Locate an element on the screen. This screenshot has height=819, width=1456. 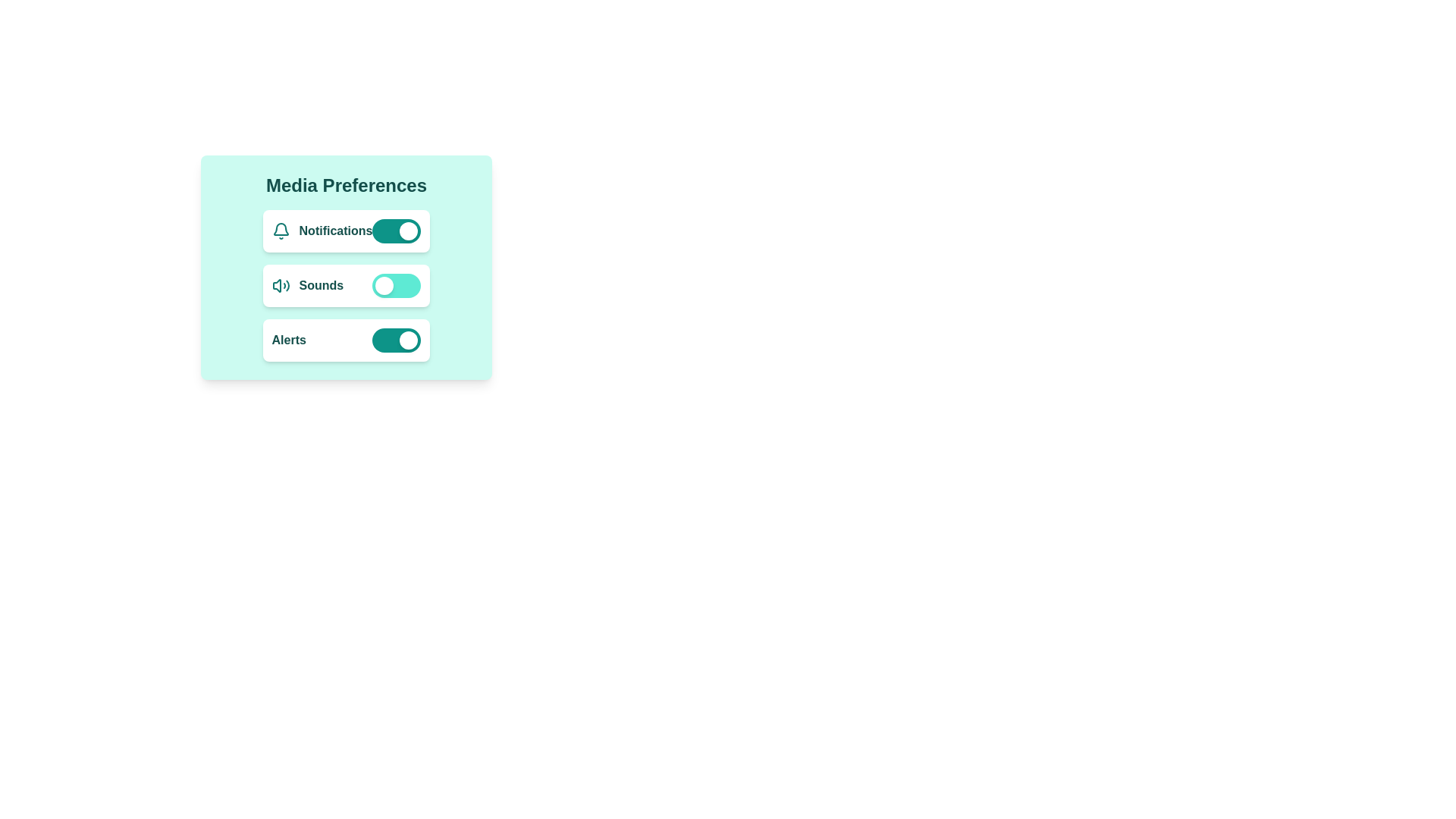
the circular toggle knob for the 'Notifications' setting, located at the rightmost end of the toggle component is located at coordinates (409, 231).